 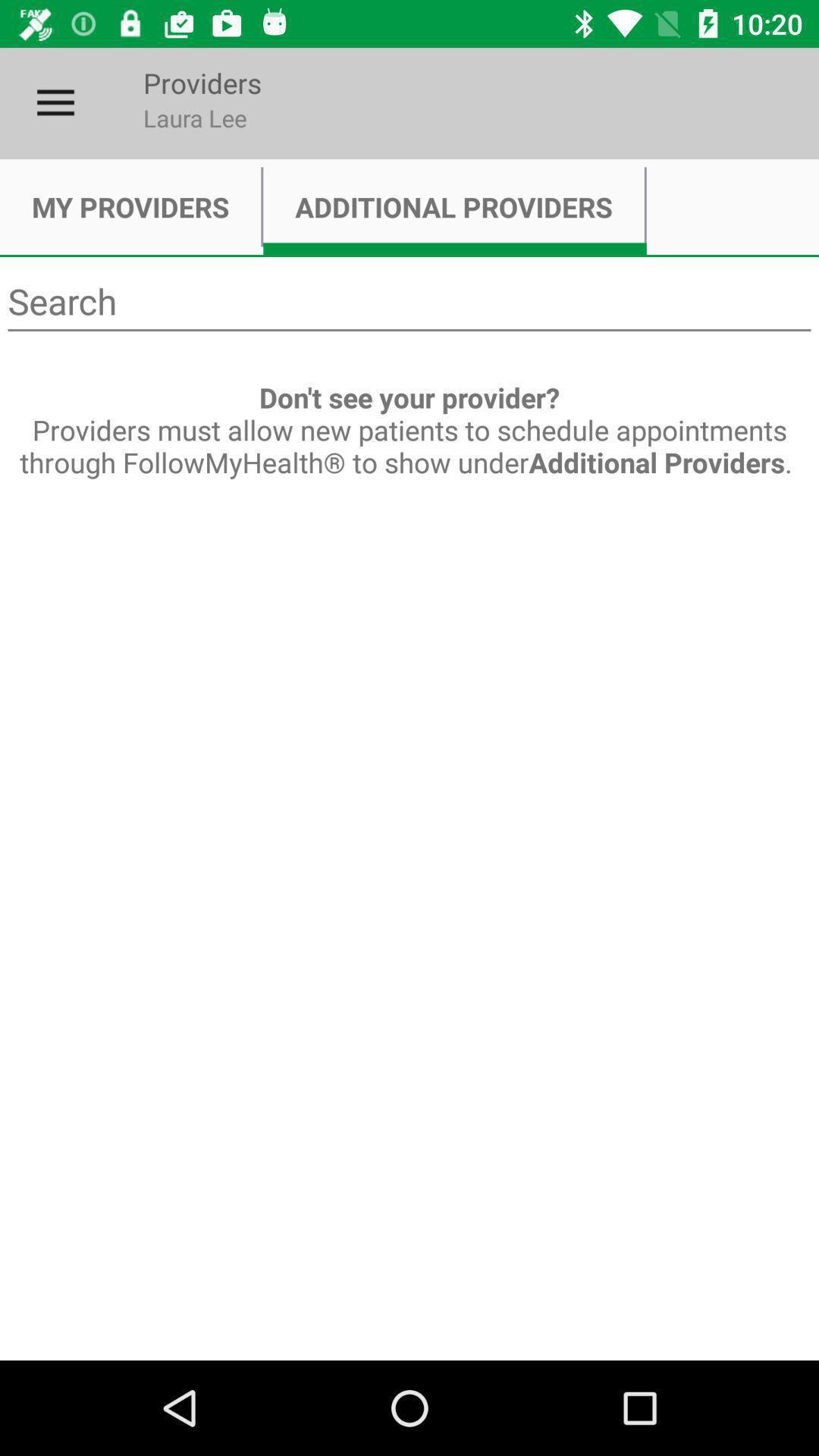 I want to click on search option using keywords, so click(x=409, y=302).